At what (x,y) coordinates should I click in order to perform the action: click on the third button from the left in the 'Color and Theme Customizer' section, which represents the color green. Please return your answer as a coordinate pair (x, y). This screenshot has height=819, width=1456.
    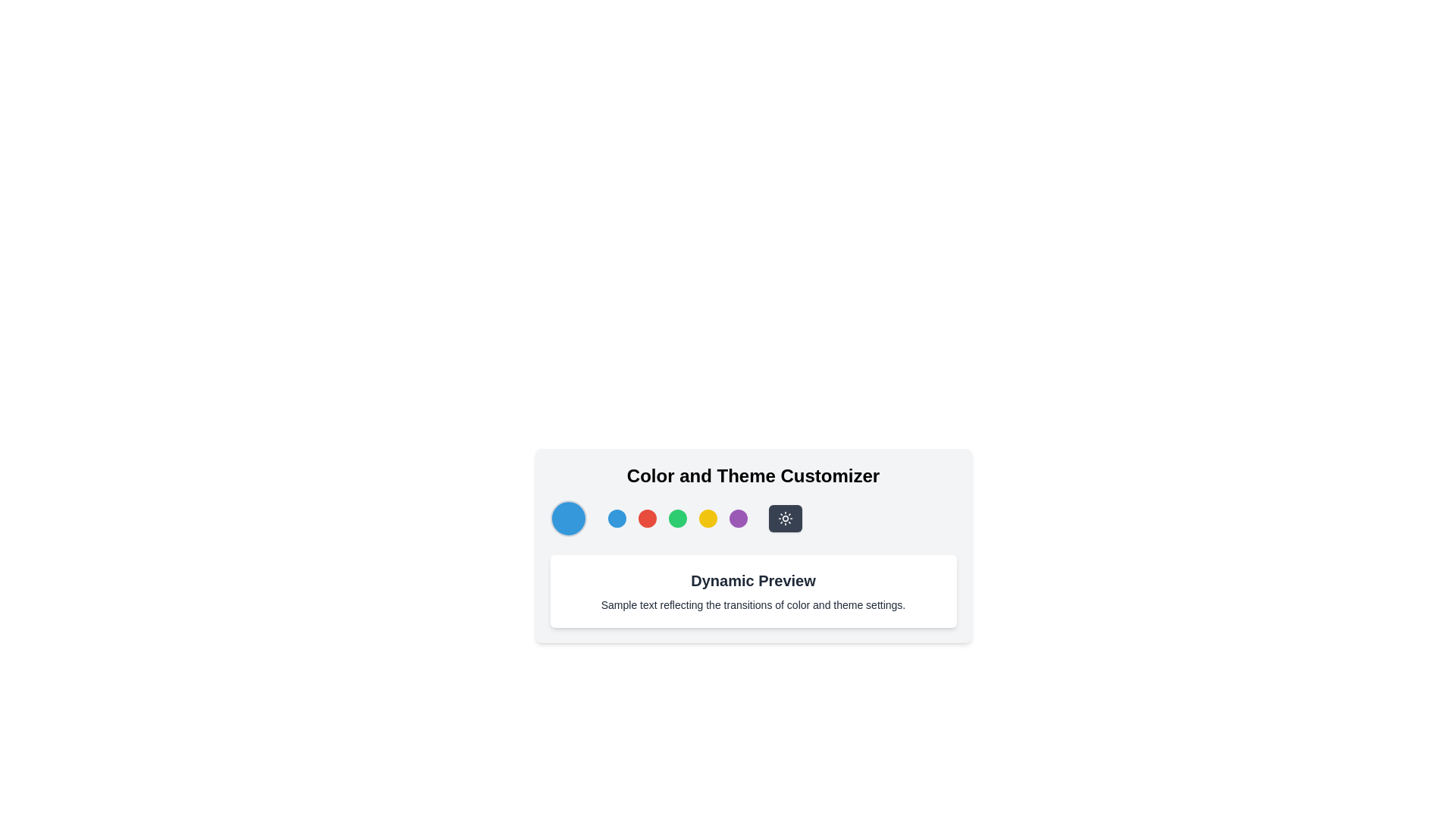
    Looking at the image, I should click on (676, 517).